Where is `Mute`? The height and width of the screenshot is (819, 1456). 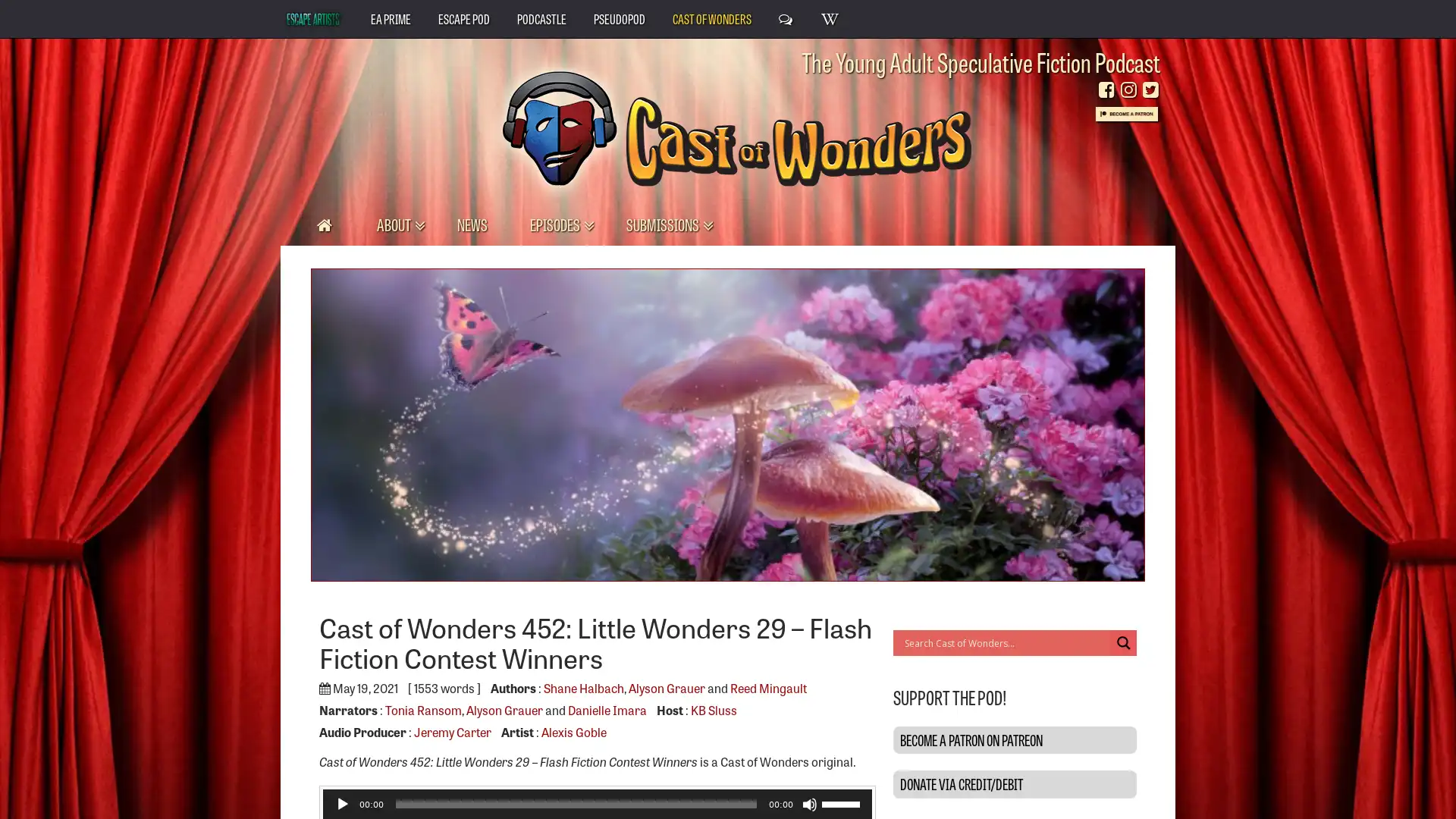
Mute is located at coordinates (808, 803).